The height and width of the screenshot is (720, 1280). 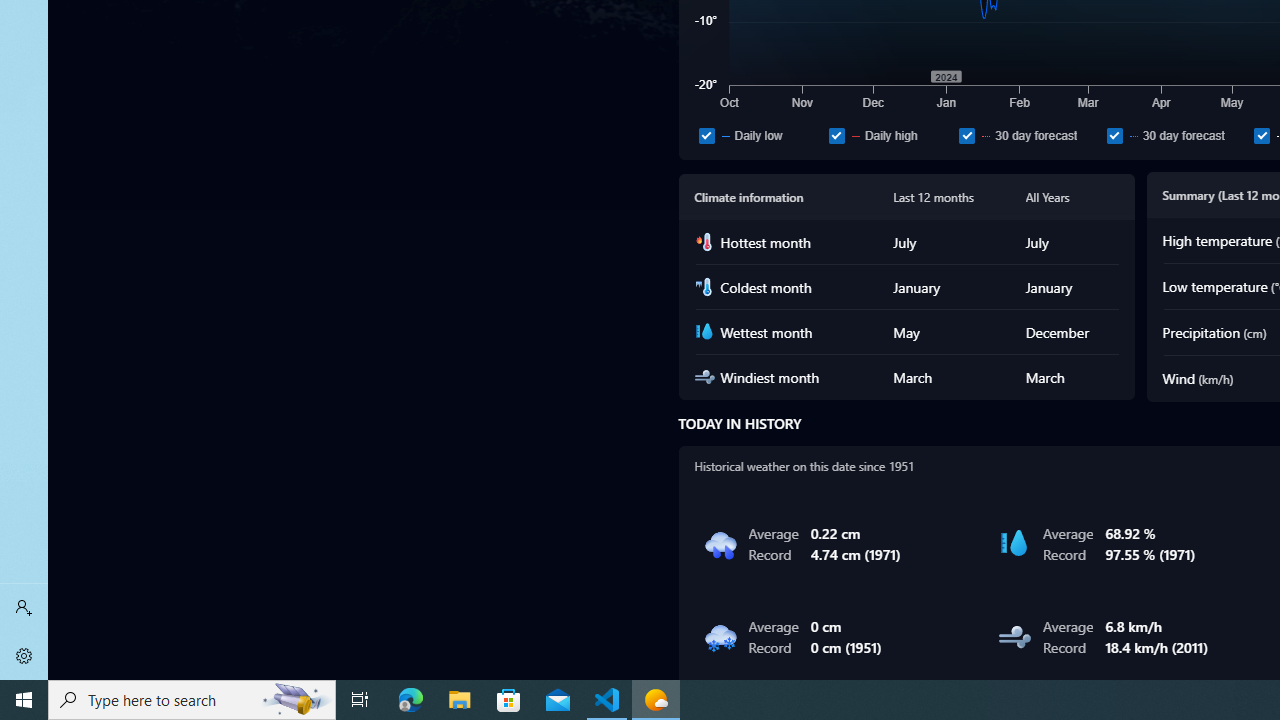 I want to click on 'Start', so click(x=24, y=698).